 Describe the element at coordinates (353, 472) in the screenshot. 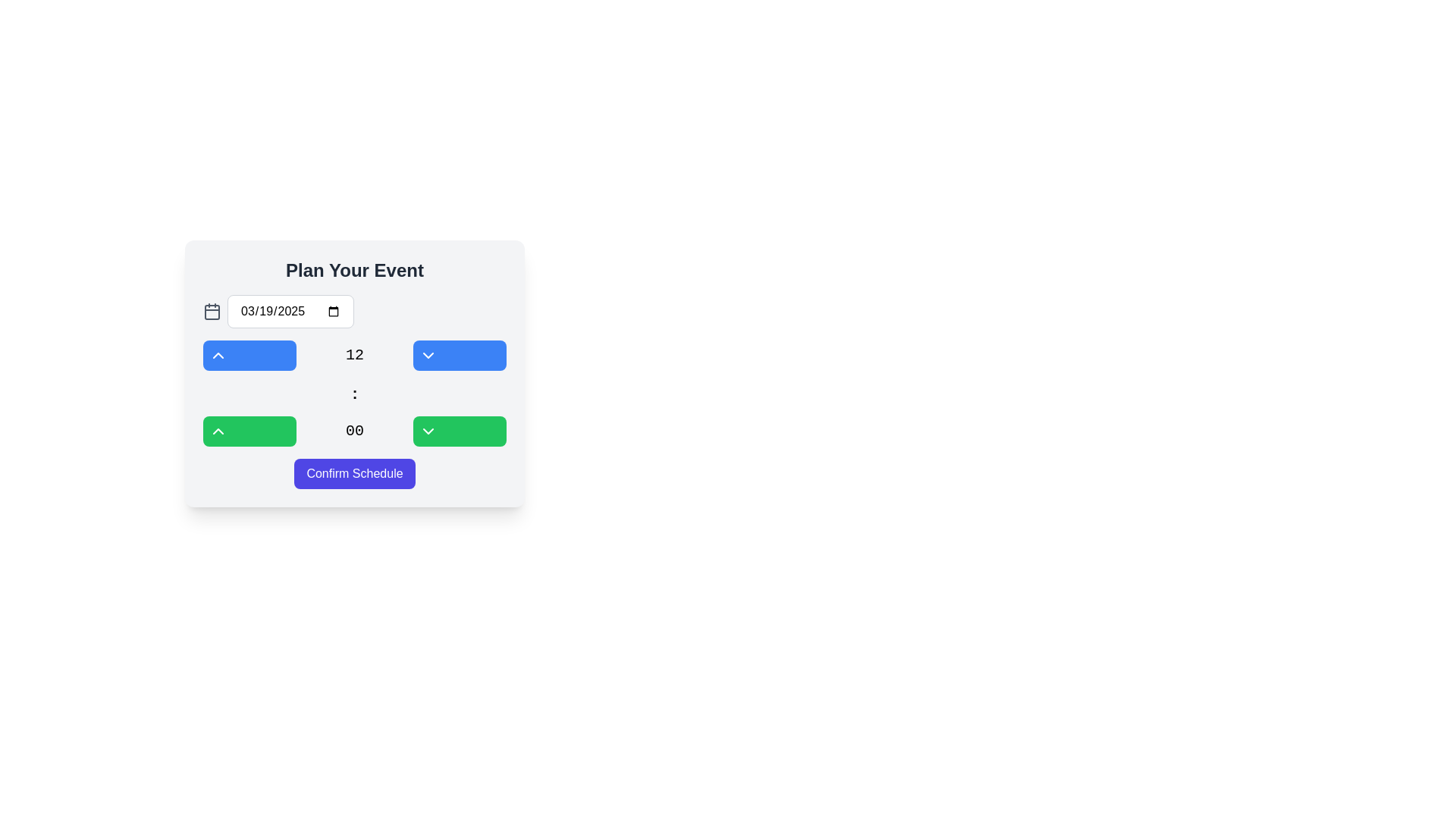

I see `the confirmation button at the bottom of the 'Plan Your Event' dialog box` at that location.